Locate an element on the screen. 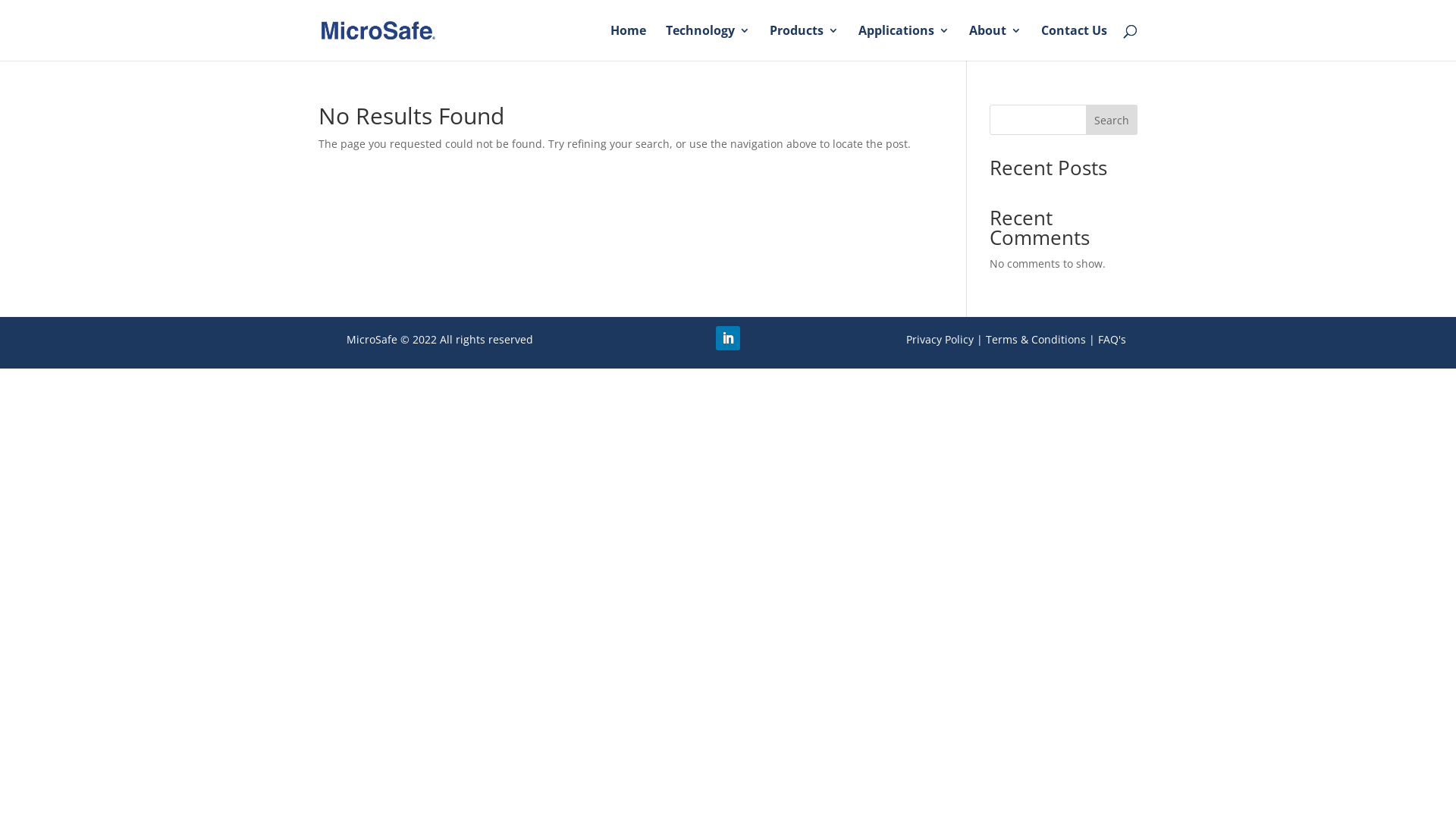 The width and height of the screenshot is (1456, 819). 'Contact Us' is located at coordinates (1073, 42).